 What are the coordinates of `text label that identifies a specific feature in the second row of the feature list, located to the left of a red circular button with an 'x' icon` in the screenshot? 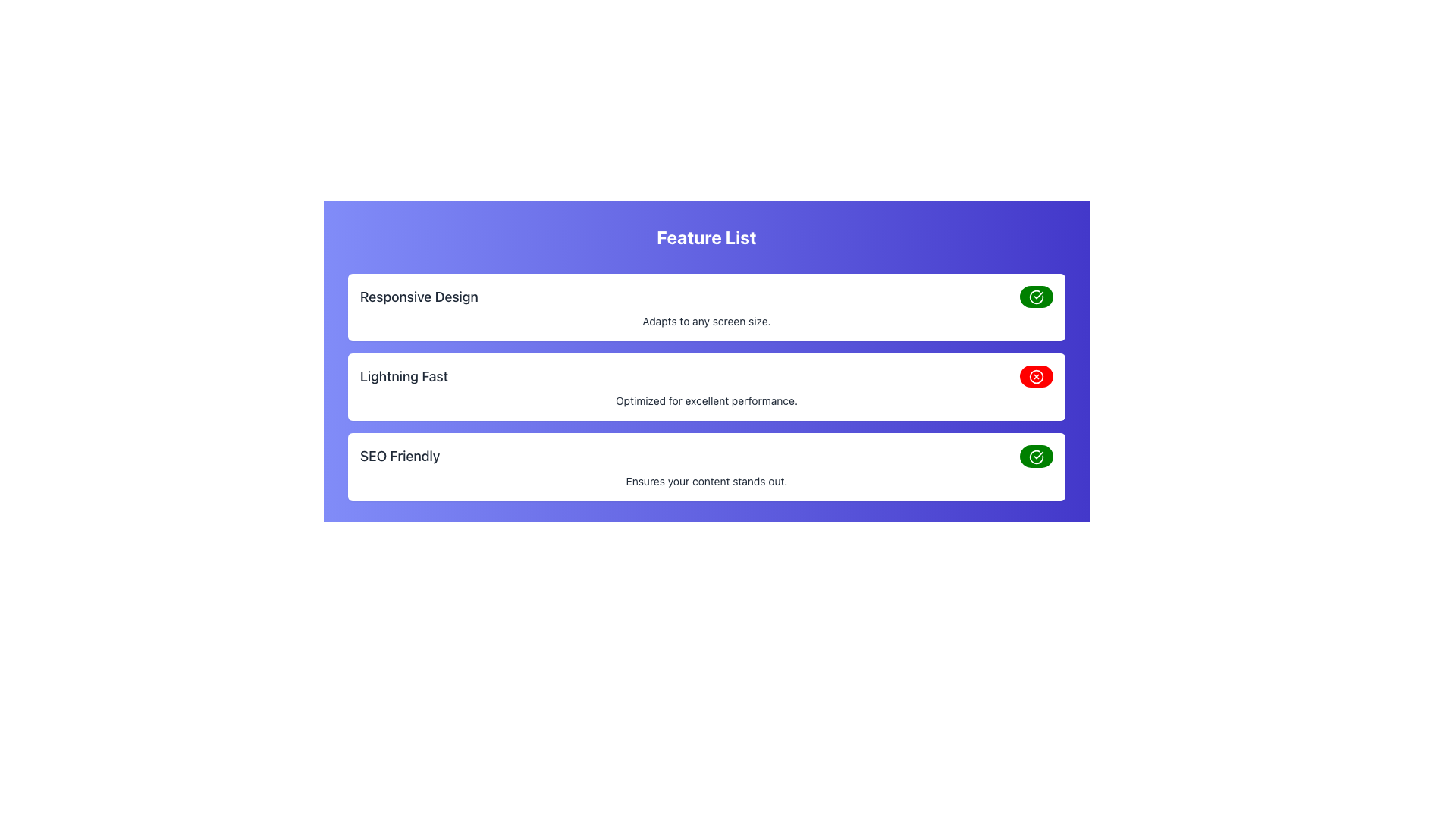 It's located at (403, 375).